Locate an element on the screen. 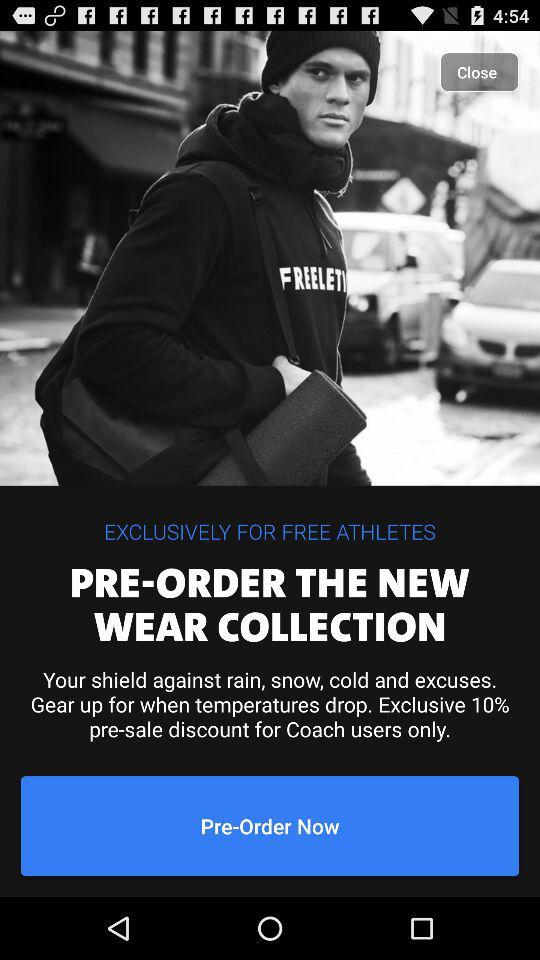 This screenshot has width=540, height=960. your shield against icon is located at coordinates (270, 704).